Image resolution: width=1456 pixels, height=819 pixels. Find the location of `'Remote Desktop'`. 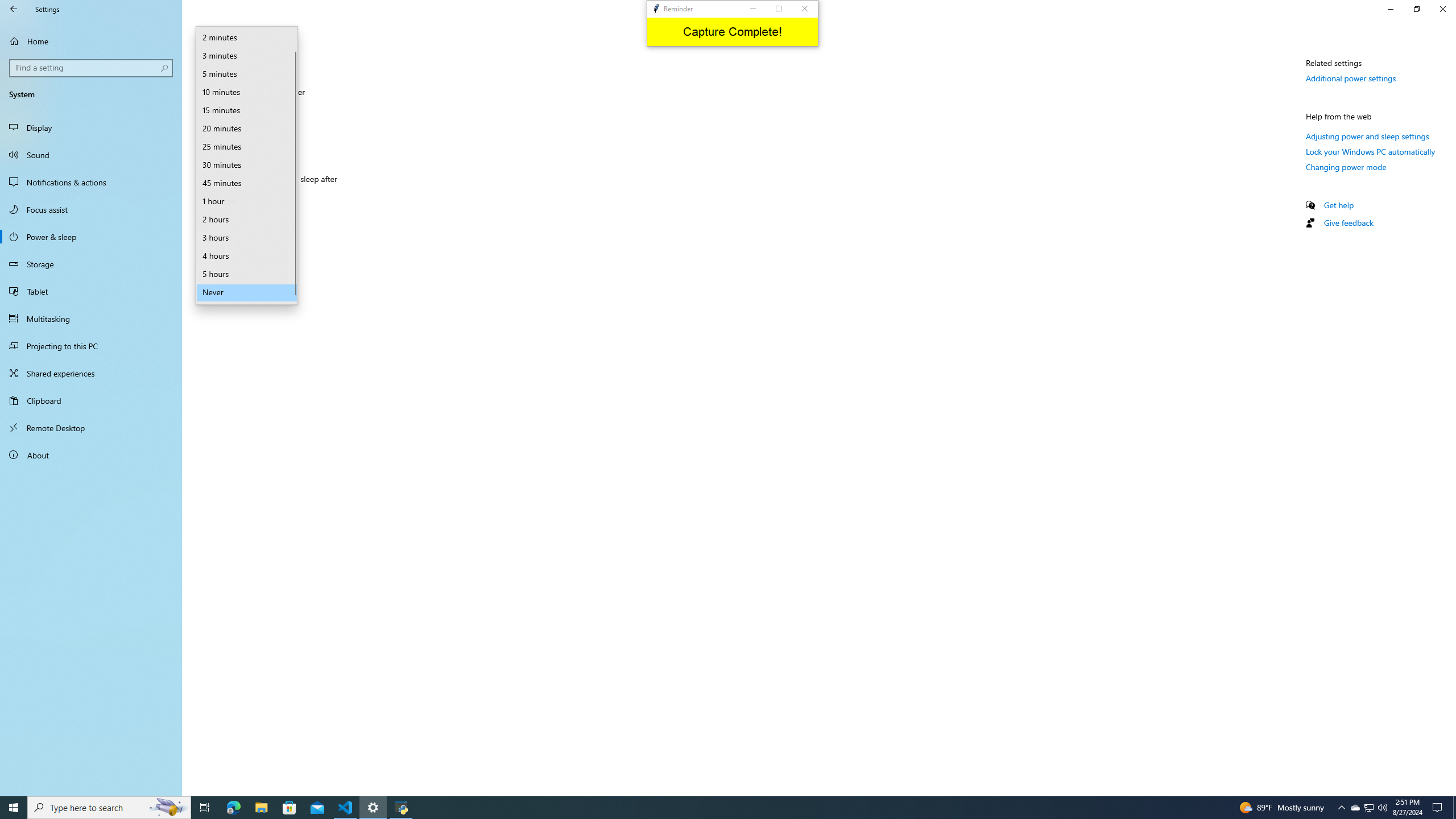

'Remote Desktop' is located at coordinates (90, 427).